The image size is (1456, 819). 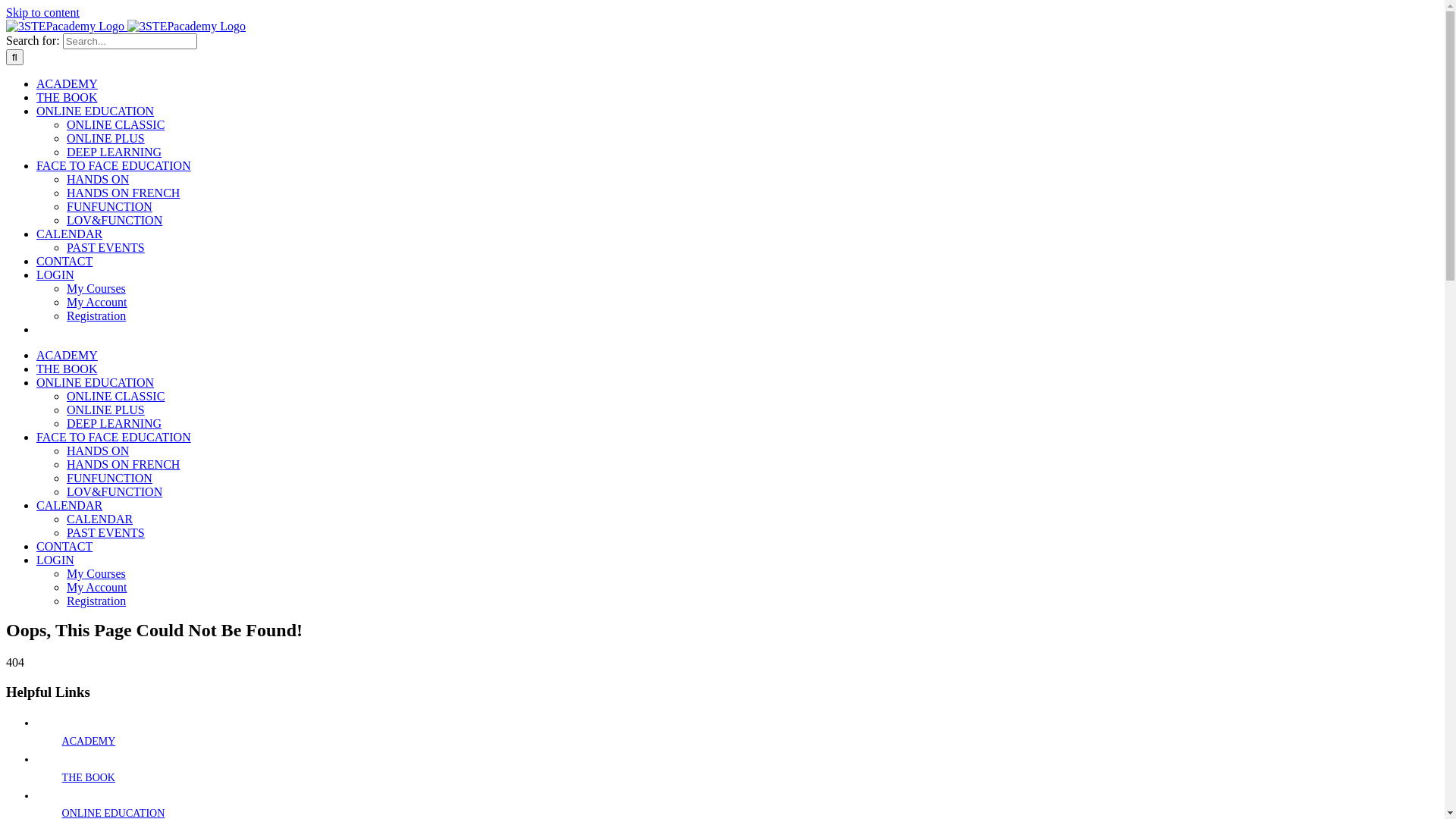 What do you see at coordinates (68, 234) in the screenshot?
I see `'CALENDAR'` at bounding box center [68, 234].